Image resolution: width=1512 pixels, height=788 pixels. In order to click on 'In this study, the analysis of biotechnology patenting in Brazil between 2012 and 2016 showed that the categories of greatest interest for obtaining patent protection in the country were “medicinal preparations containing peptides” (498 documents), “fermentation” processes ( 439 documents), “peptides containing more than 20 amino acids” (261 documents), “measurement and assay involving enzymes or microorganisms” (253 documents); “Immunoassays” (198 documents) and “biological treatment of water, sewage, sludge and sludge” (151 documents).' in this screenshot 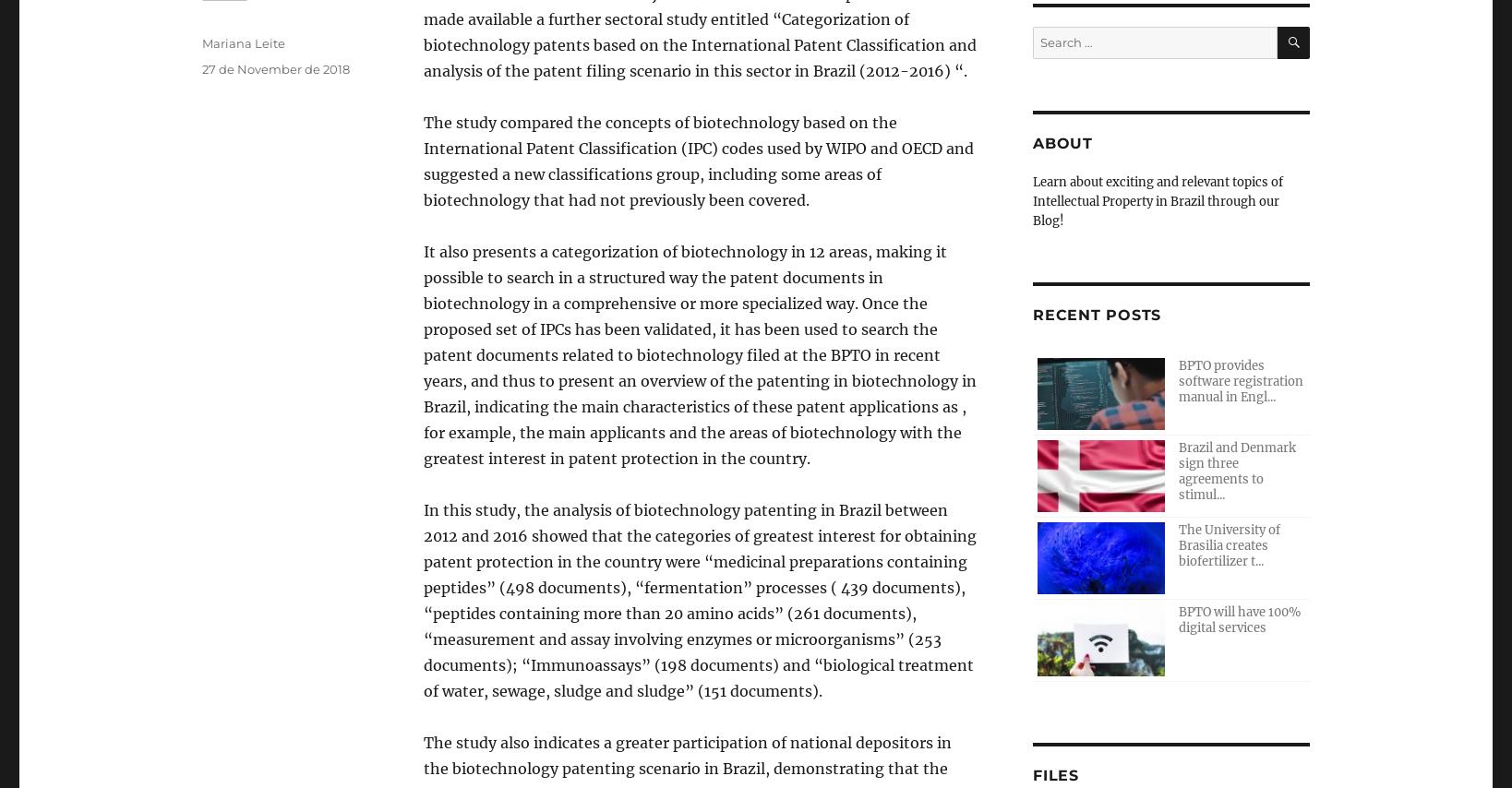, I will do `click(699, 601)`.